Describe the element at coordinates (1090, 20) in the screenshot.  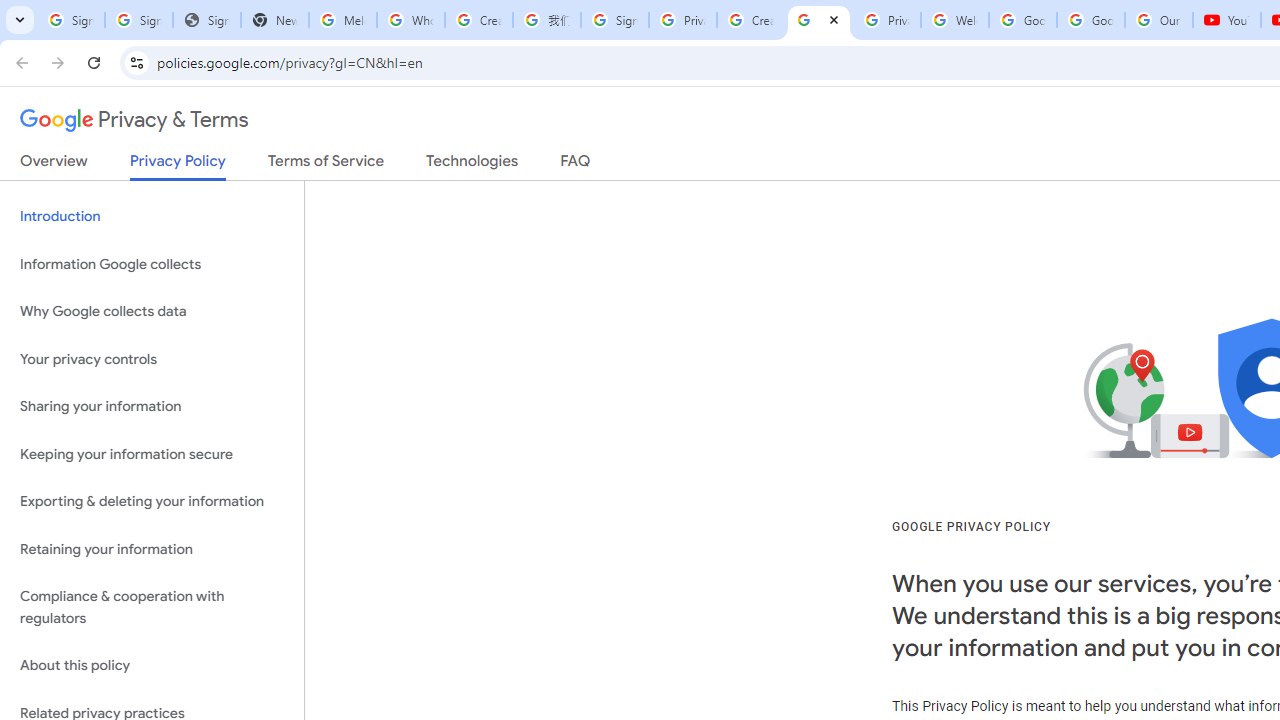
I see `'Google Account'` at that location.